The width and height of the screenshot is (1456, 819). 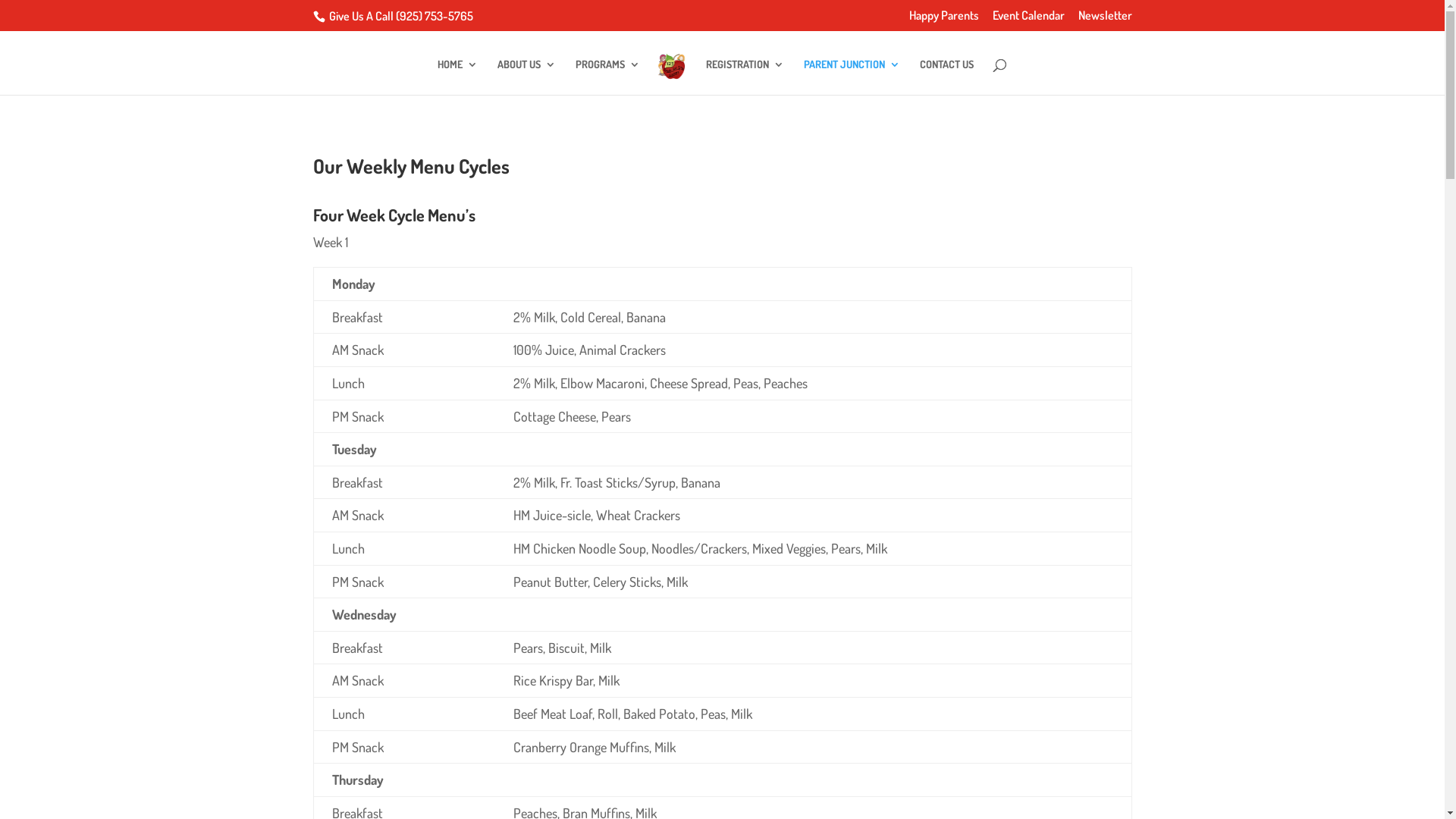 What do you see at coordinates (942, 20) in the screenshot?
I see `'Happy Parents'` at bounding box center [942, 20].